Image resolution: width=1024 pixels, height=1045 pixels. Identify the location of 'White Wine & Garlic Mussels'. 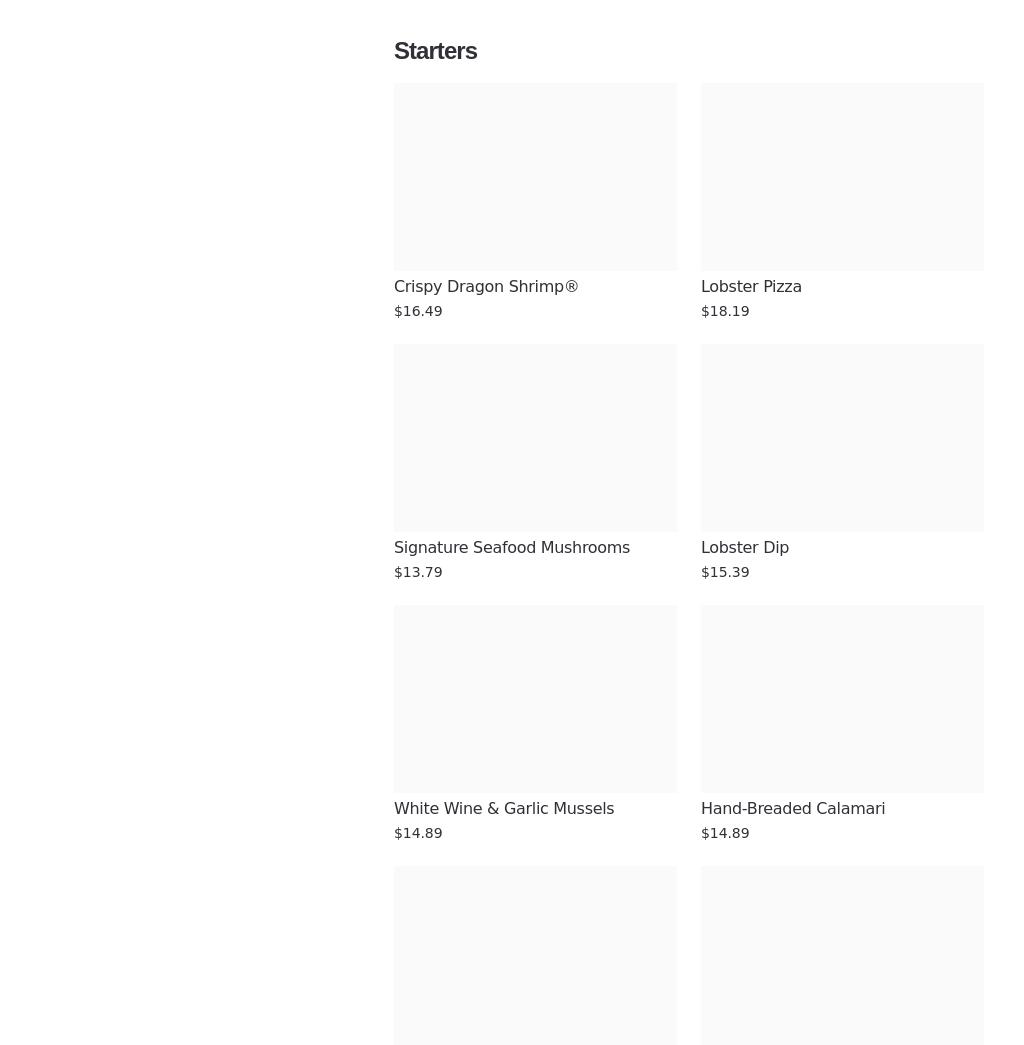
(503, 808).